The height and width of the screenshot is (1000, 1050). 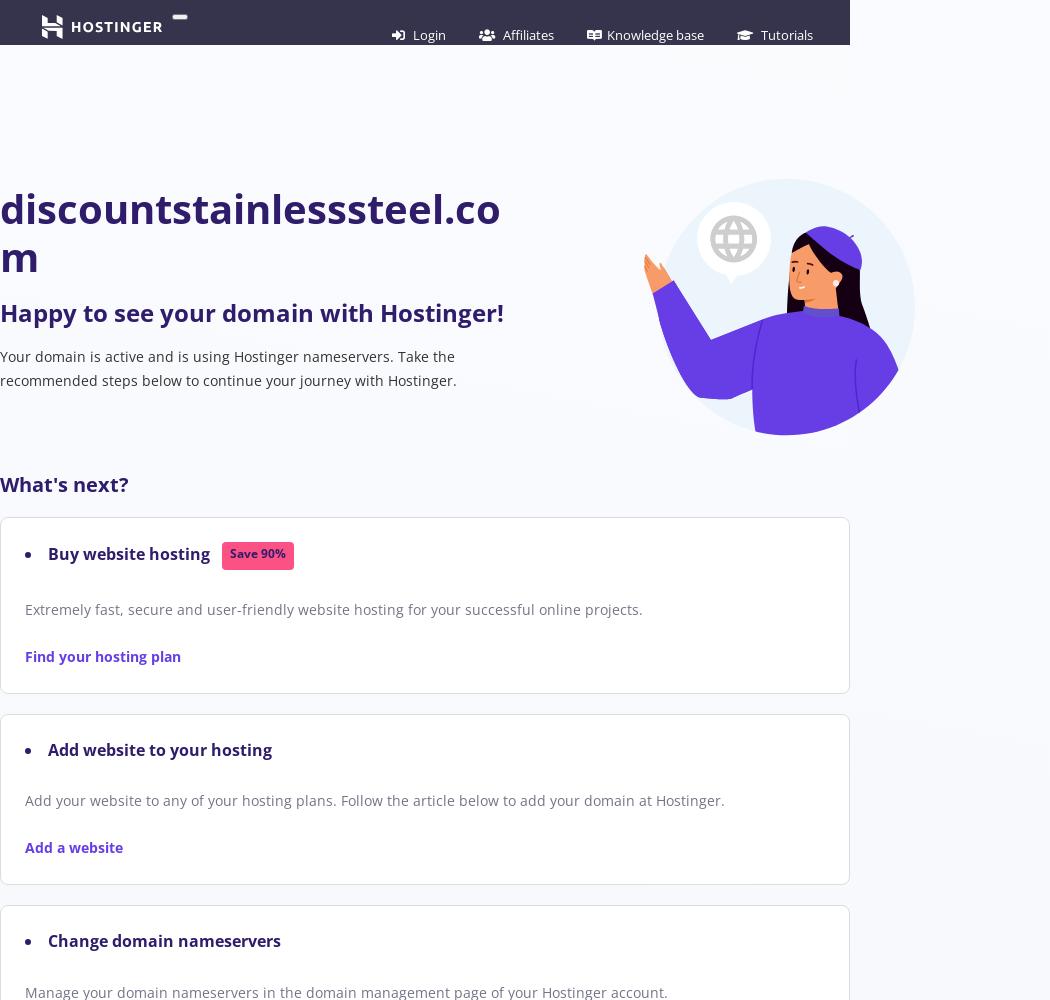 What do you see at coordinates (164, 940) in the screenshot?
I see `'Change domain nameservers'` at bounding box center [164, 940].